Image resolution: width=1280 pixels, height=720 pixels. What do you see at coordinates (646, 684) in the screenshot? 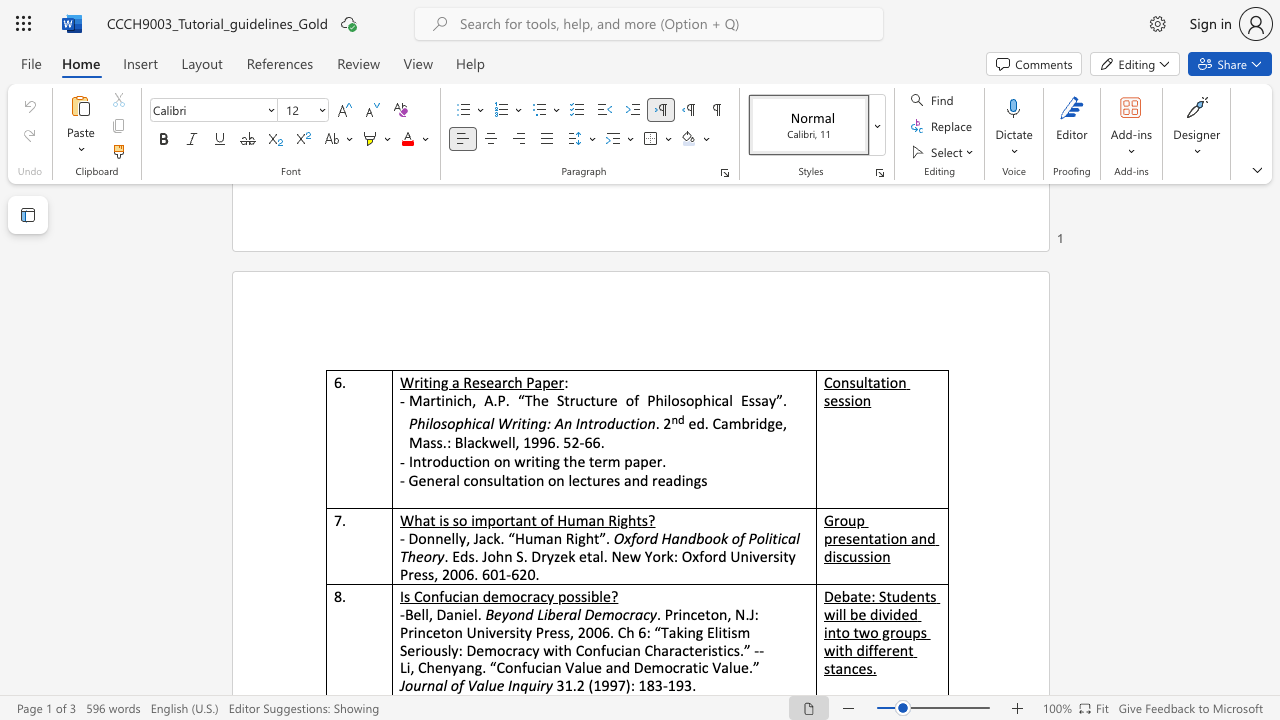
I see `the subset text "83-1" within the text "31.2 (1997): 183-193."` at bounding box center [646, 684].